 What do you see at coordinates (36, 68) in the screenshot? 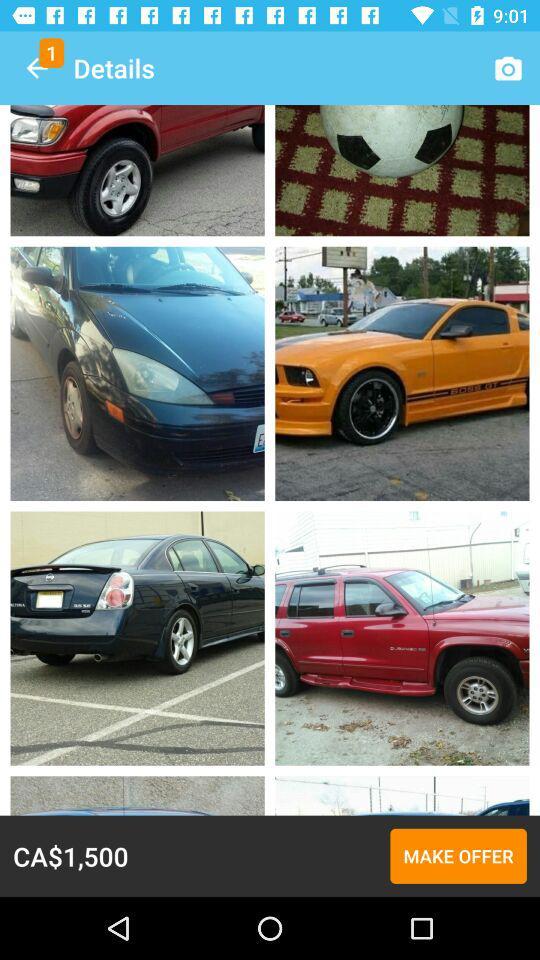
I see `the icon to the left of the details icon` at bounding box center [36, 68].